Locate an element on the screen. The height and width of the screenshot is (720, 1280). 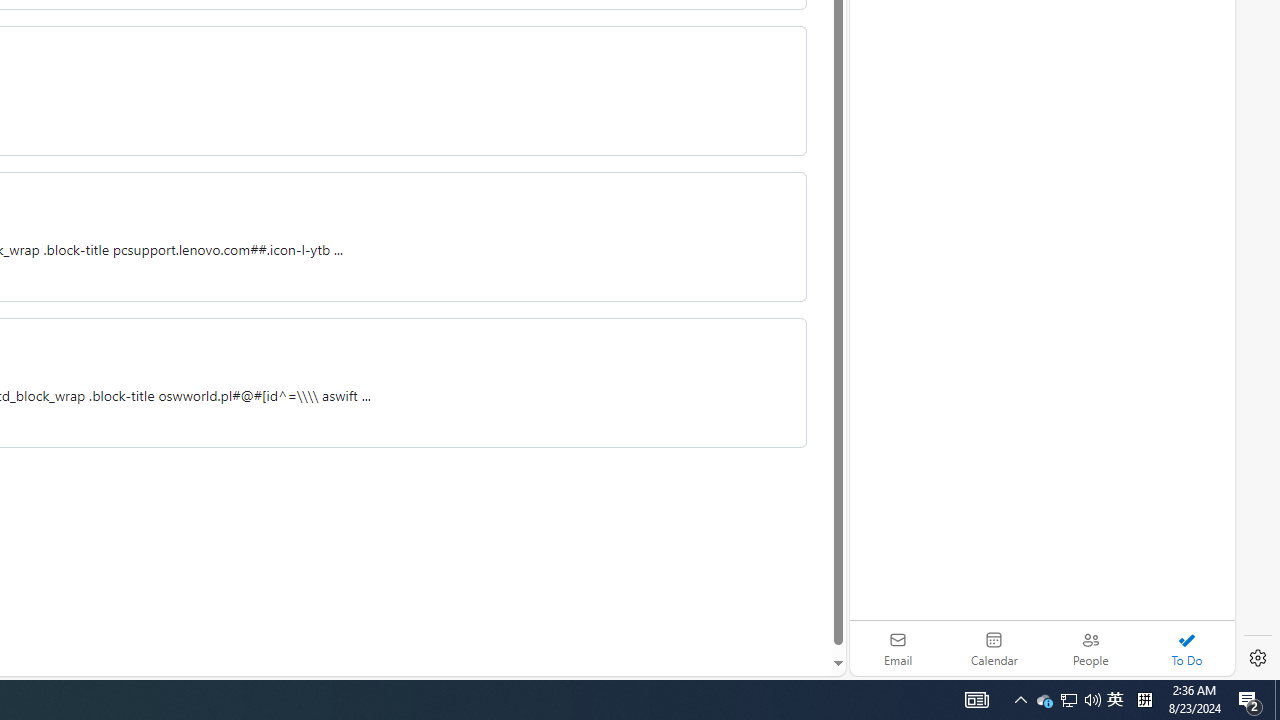
'Email' is located at coordinates (897, 648).